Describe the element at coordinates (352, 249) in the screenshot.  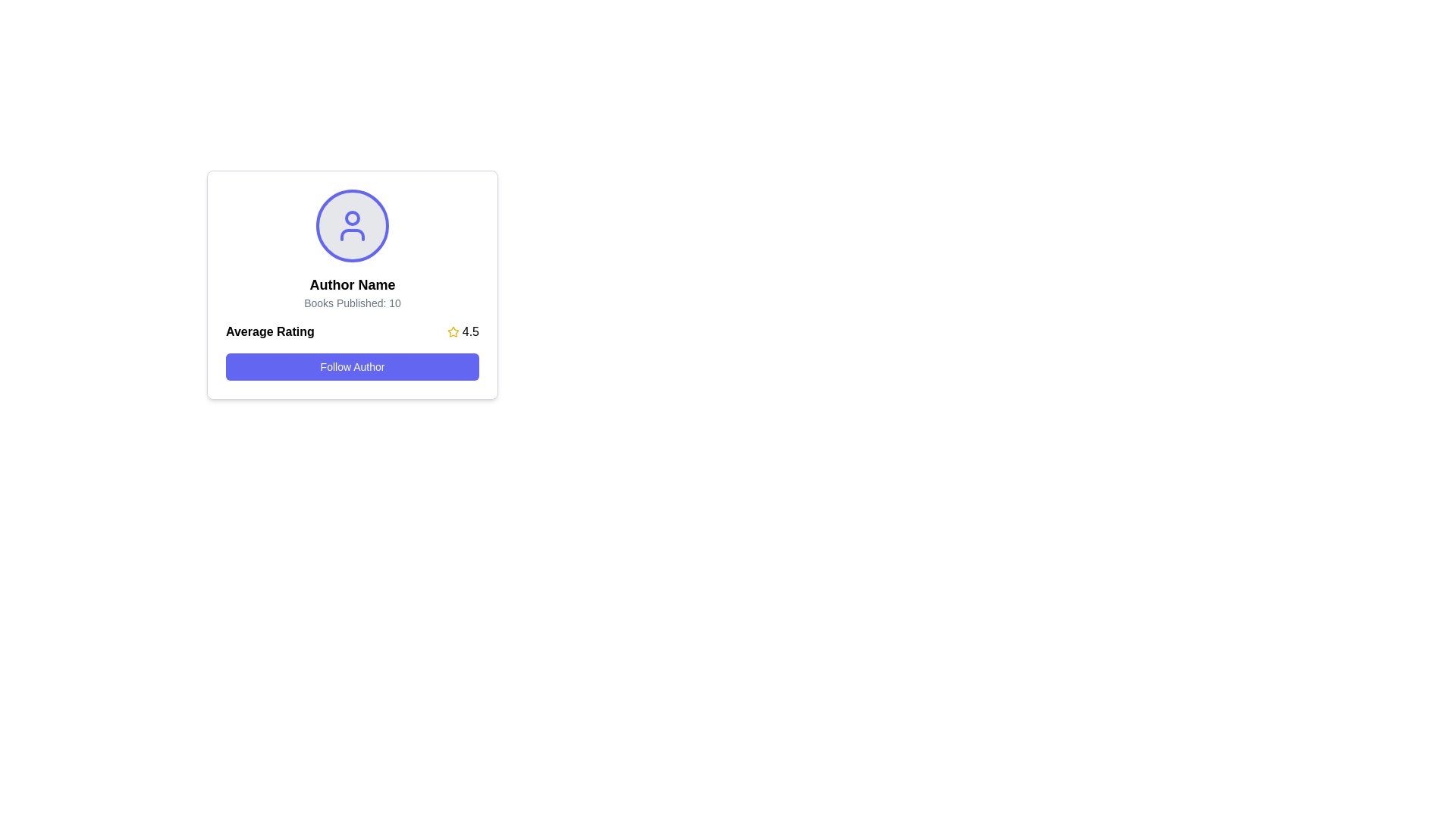
I see `the Profile Display Block that shows the author's name and book count, located above 'Average Rating' and 'Follow Author'` at that location.